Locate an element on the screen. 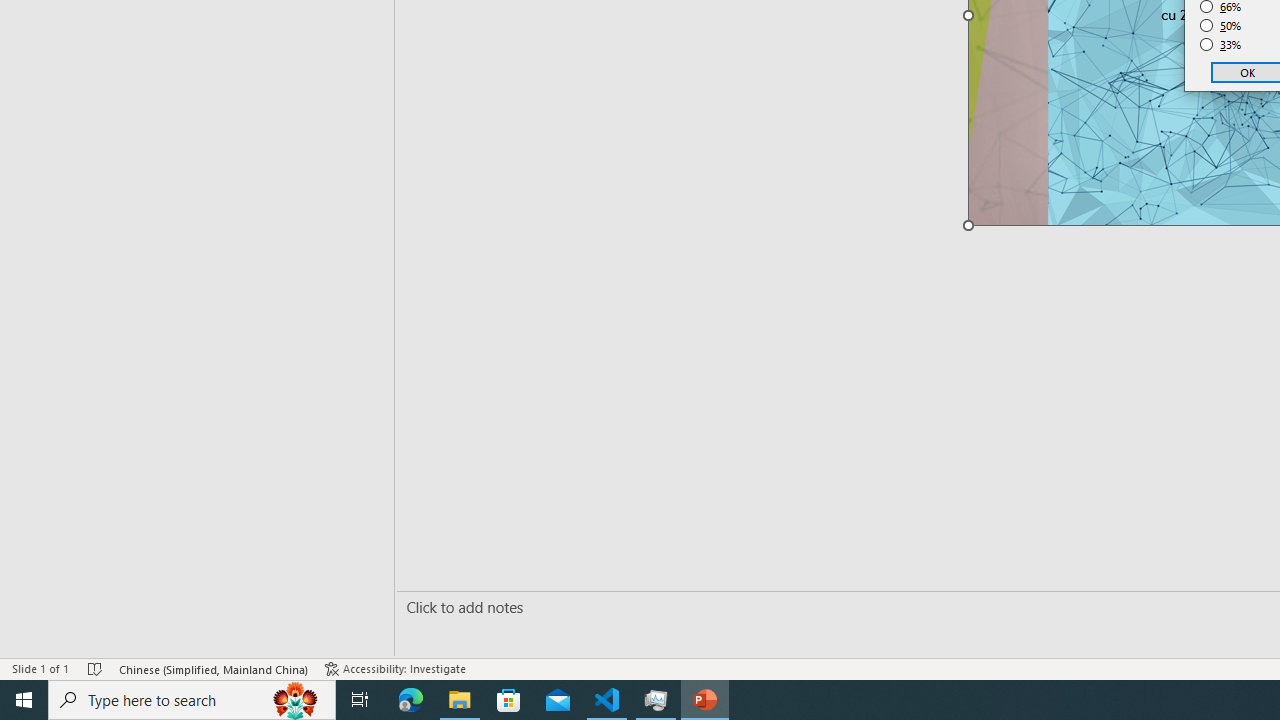 This screenshot has width=1280, height=720. 'Visual Studio Code - 1 running window' is located at coordinates (606, 698).